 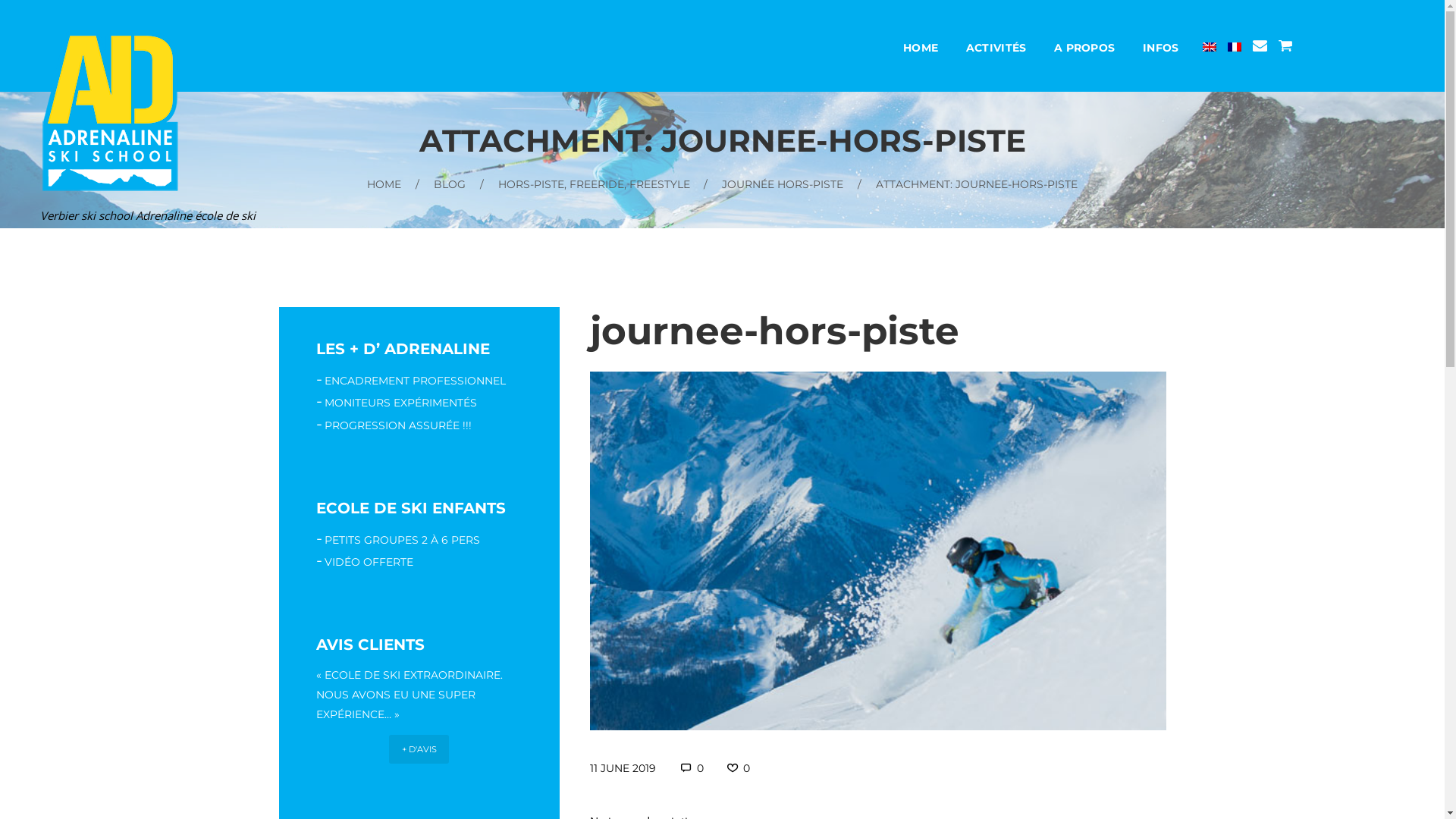 What do you see at coordinates (1208, 45) in the screenshot?
I see `'English'` at bounding box center [1208, 45].